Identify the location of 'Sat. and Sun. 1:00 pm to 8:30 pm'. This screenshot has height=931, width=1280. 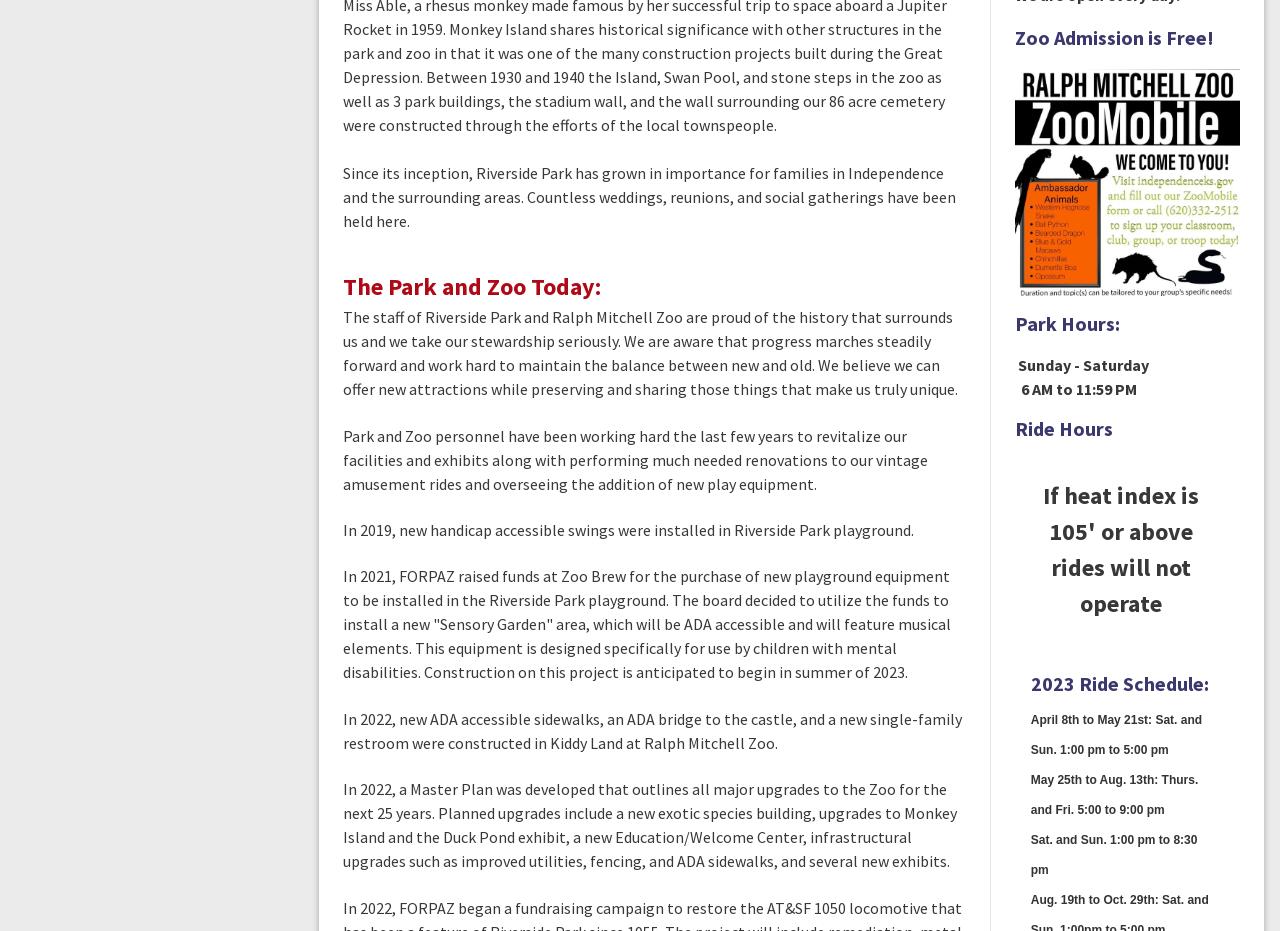
(1030, 854).